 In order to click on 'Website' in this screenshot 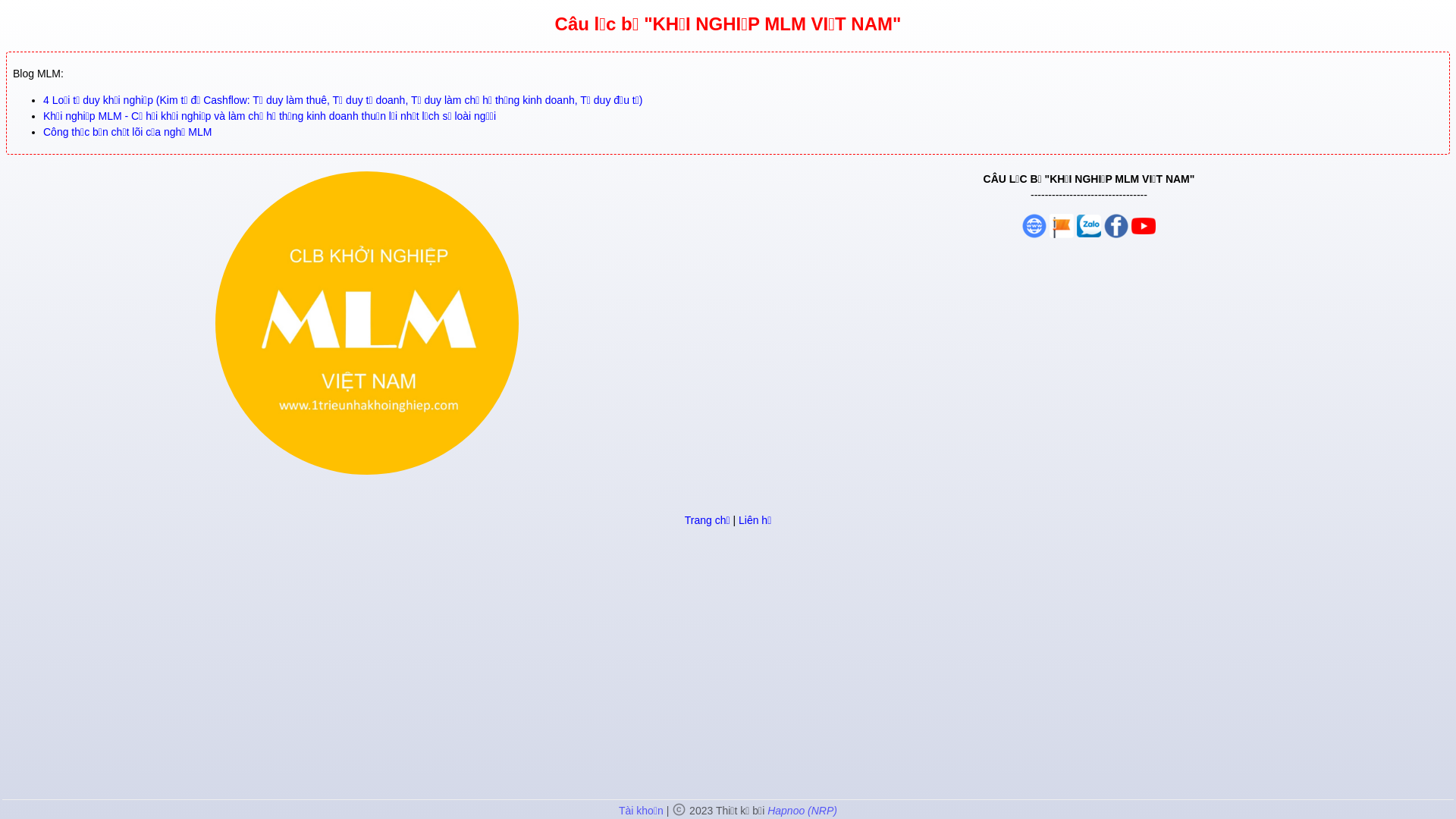, I will do `click(1033, 225)`.